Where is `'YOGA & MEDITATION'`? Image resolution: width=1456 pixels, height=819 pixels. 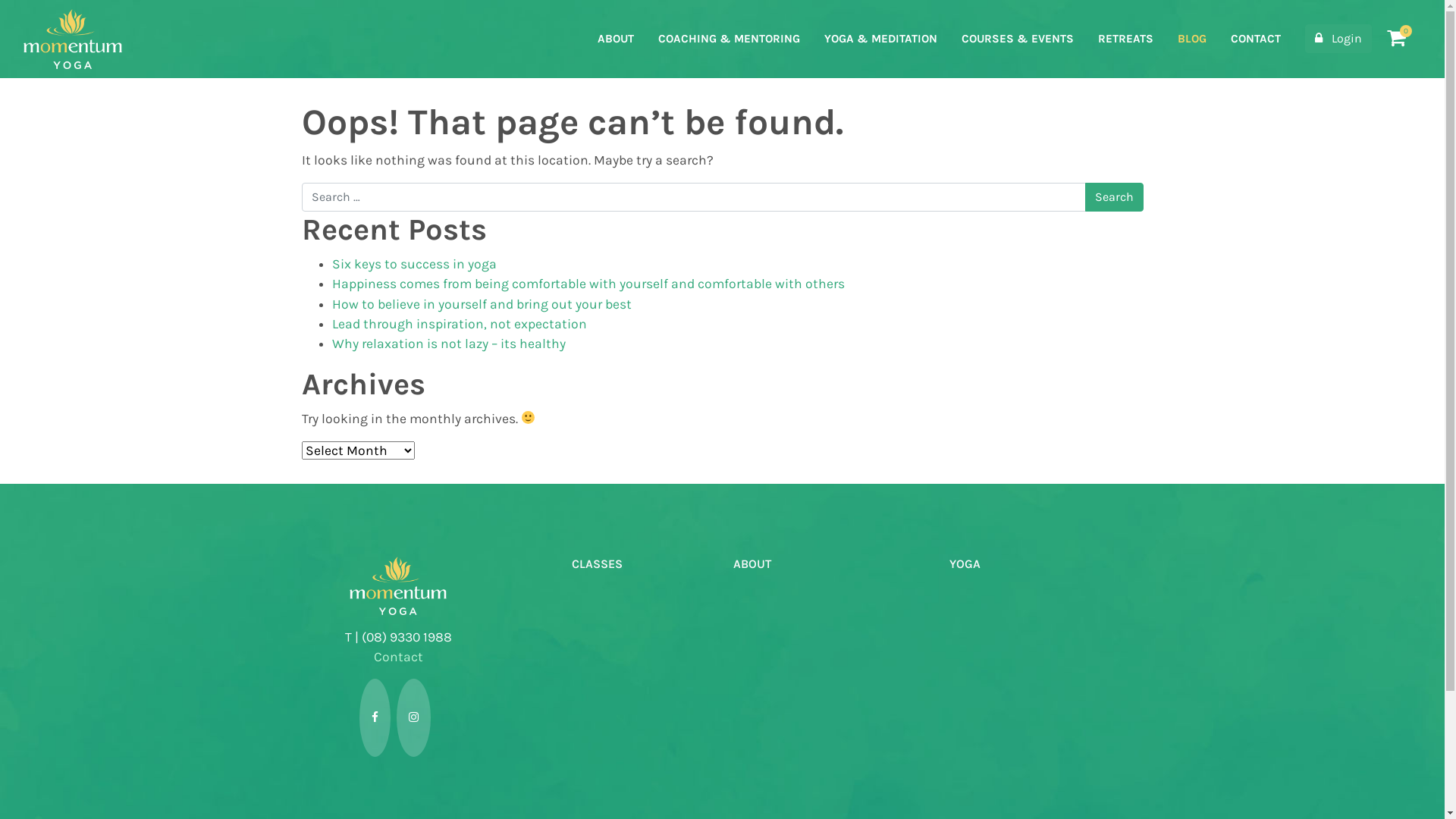 'YOGA & MEDITATION' is located at coordinates (880, 38).